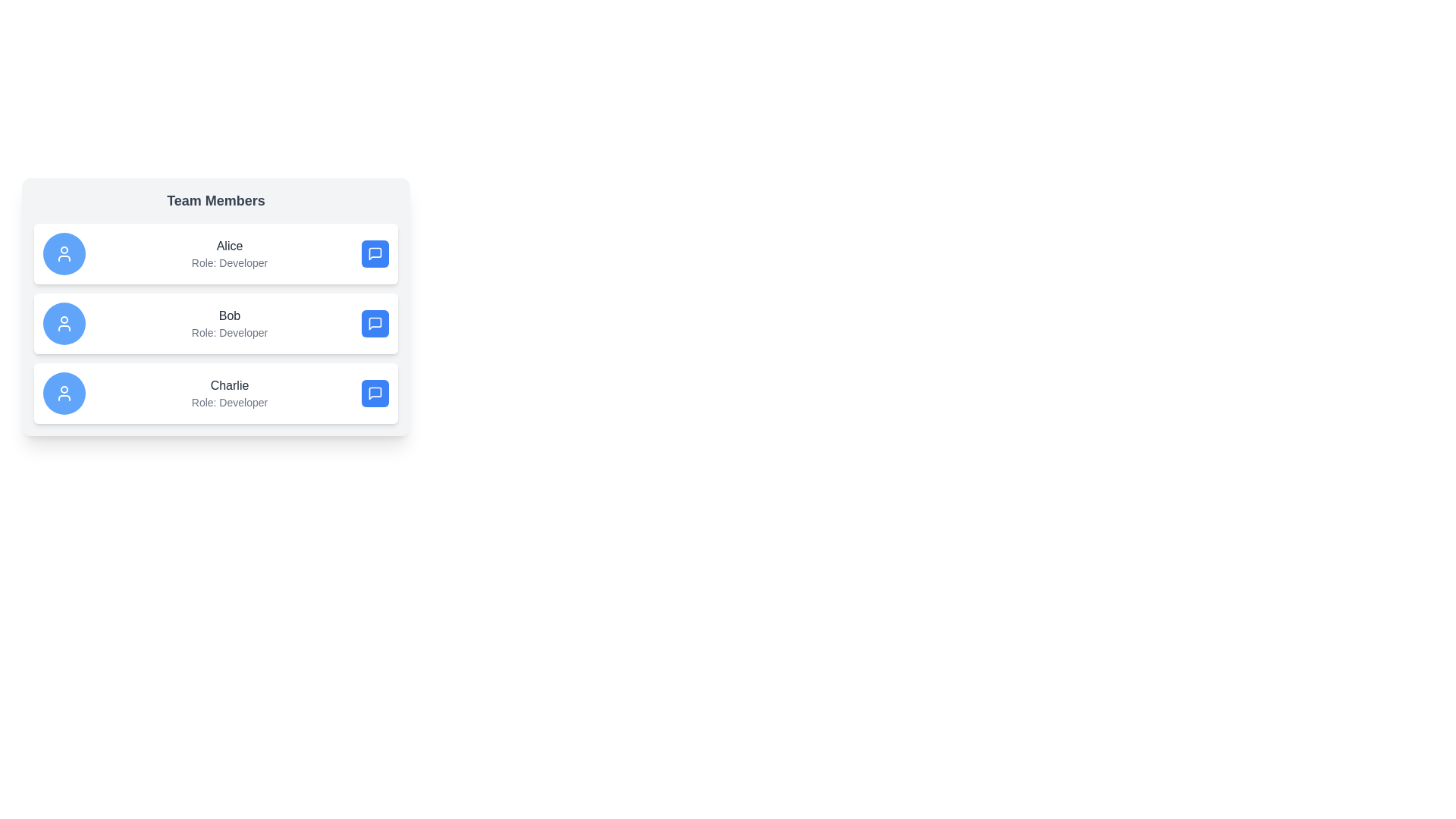  I want to click on the Text Display element showing 'Bob' and 'Role: Developer', which is vertically aligned and centered in its list item, so click(228, 323).